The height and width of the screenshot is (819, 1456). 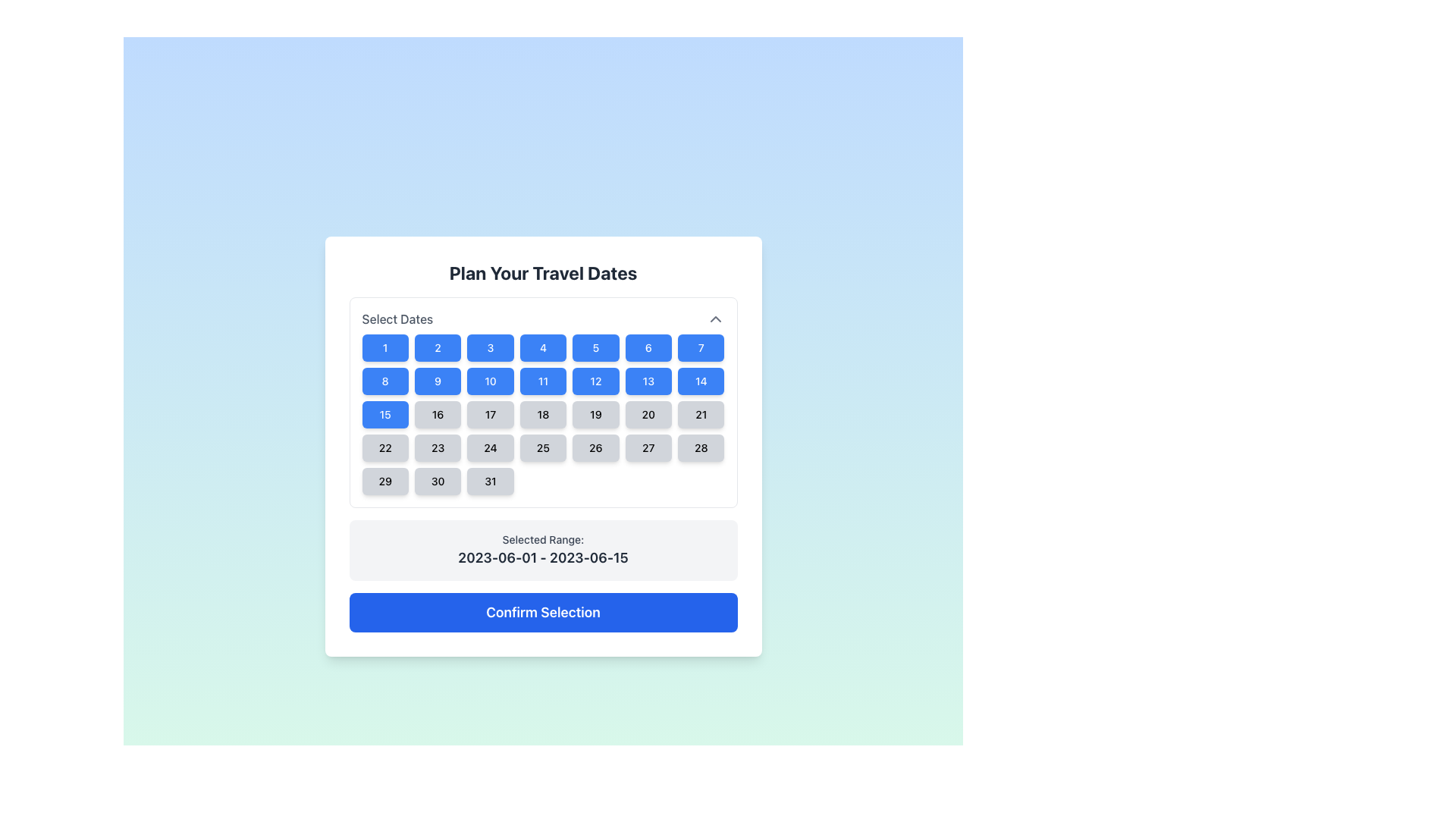 I want to click on the Informational display box that shows the date range '2023-06-01 - 2023-06-15' and the label 'Selected Range:', so click(x=543, y=550).